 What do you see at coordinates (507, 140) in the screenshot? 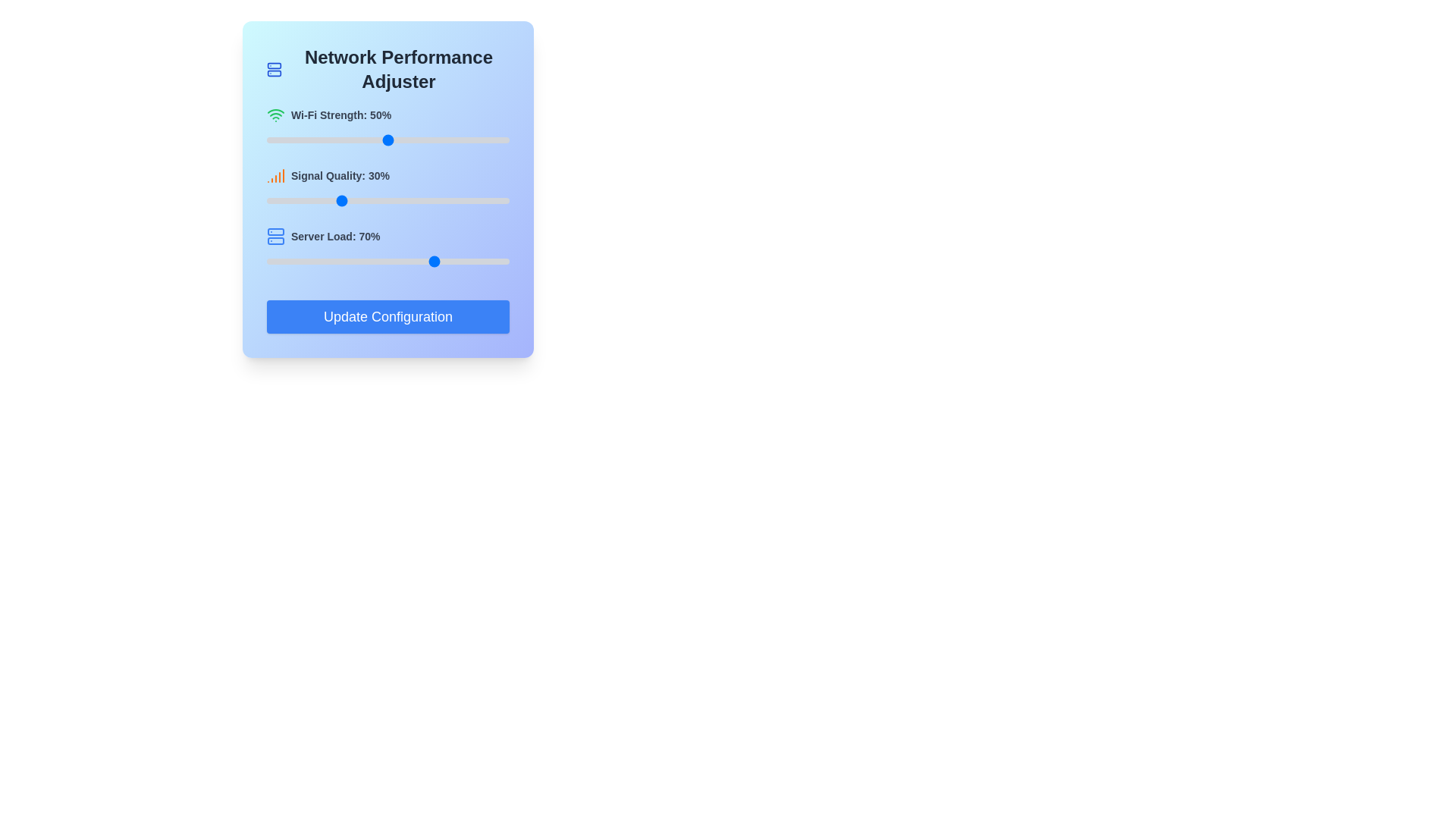
I see `Wi-Fi strength` at bounding box center [507, 140].